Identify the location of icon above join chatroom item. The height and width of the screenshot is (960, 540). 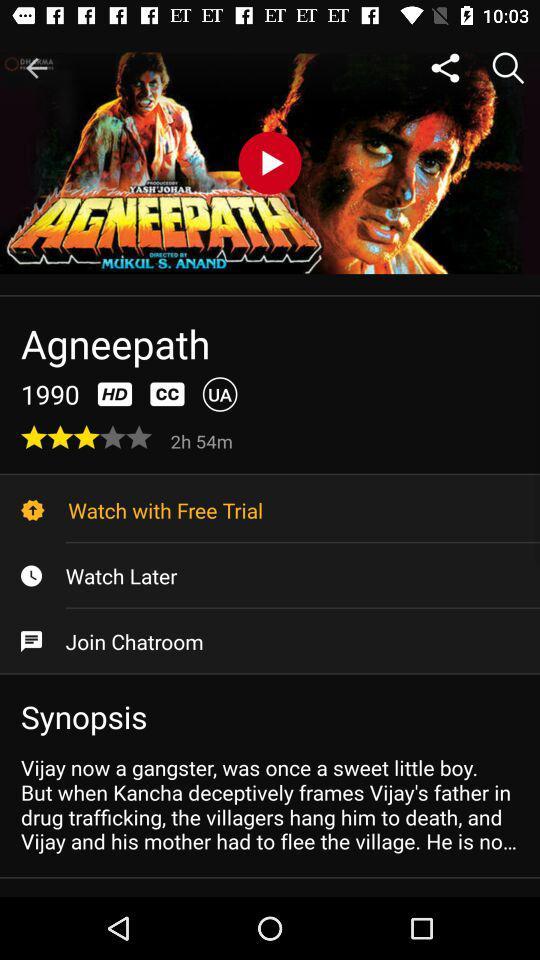
(270, 576).